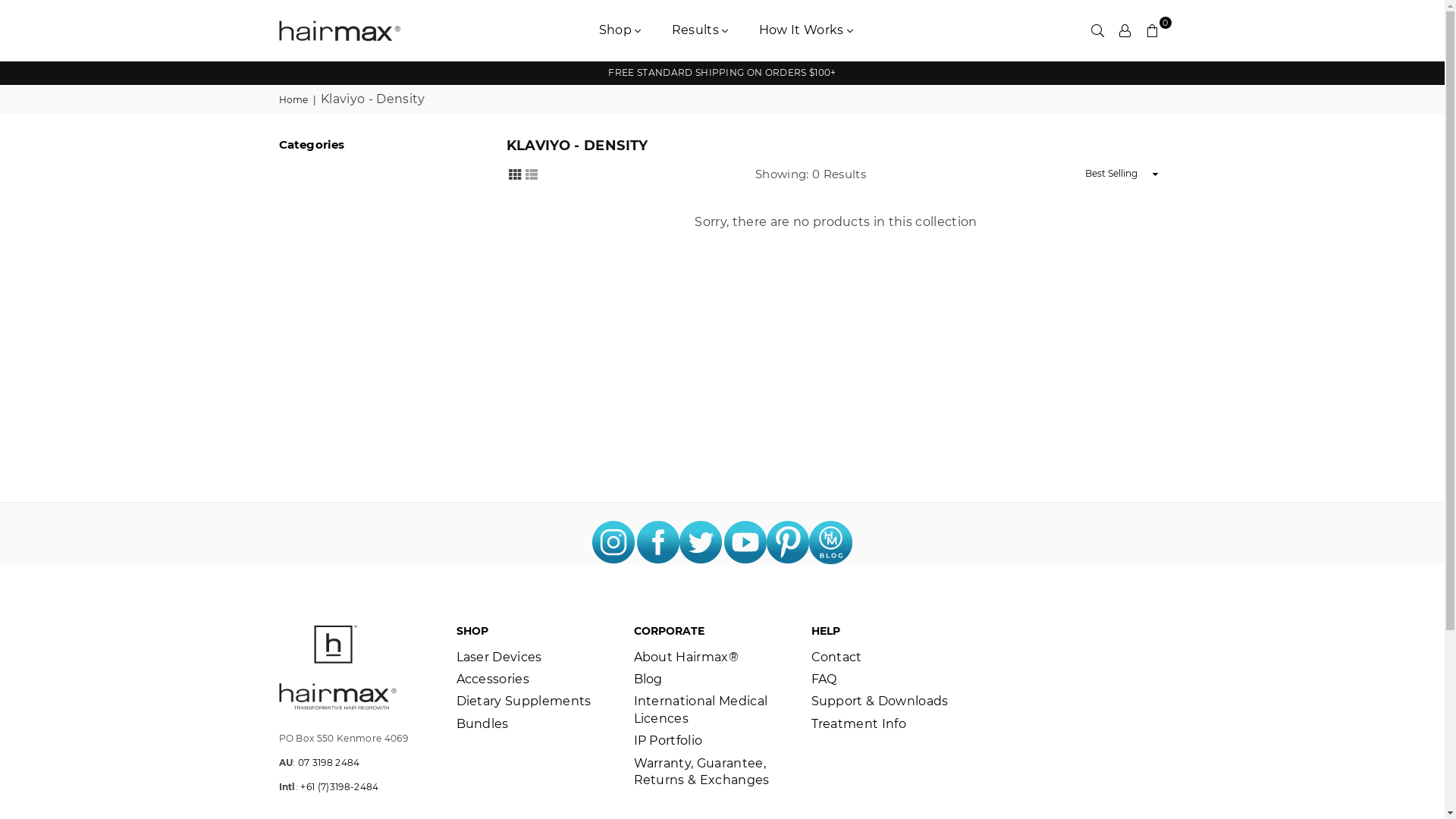 The width and height of the screenshot is (1456, 819). Describe the element at coordinates (1125, 30) in the screenshot. I see `'Settings'` at that location.